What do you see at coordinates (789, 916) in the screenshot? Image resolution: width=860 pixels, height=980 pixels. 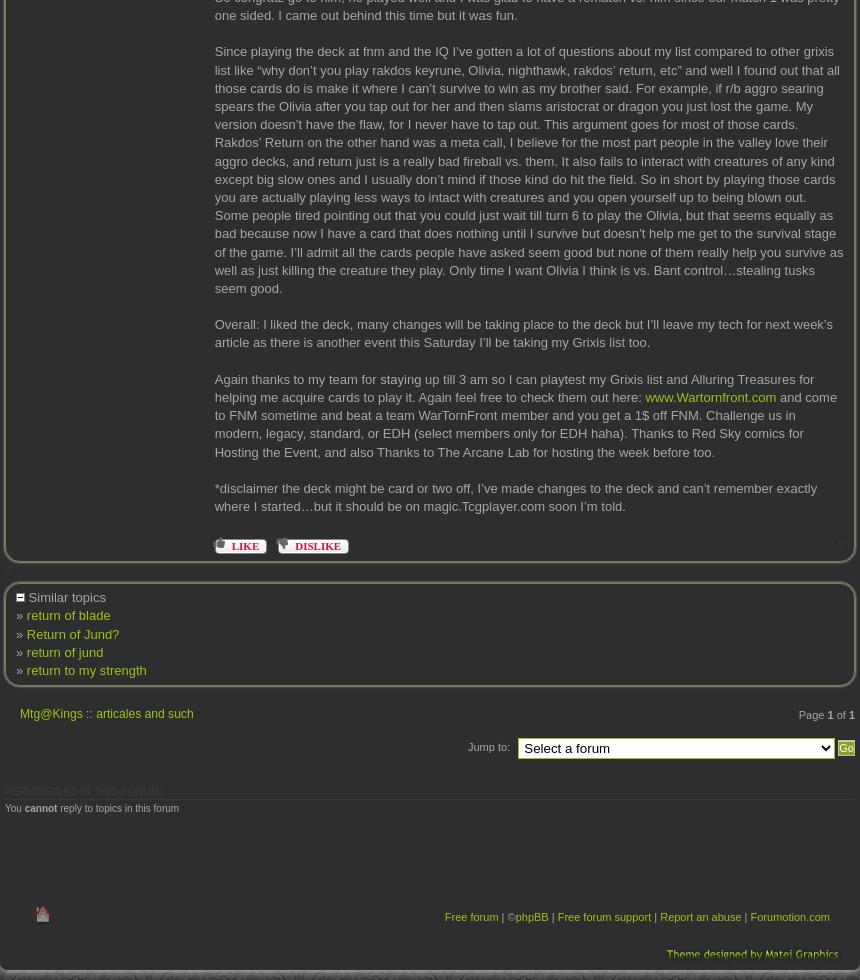 I see `'Forumotion.com'` at bounding box center [789, 916].